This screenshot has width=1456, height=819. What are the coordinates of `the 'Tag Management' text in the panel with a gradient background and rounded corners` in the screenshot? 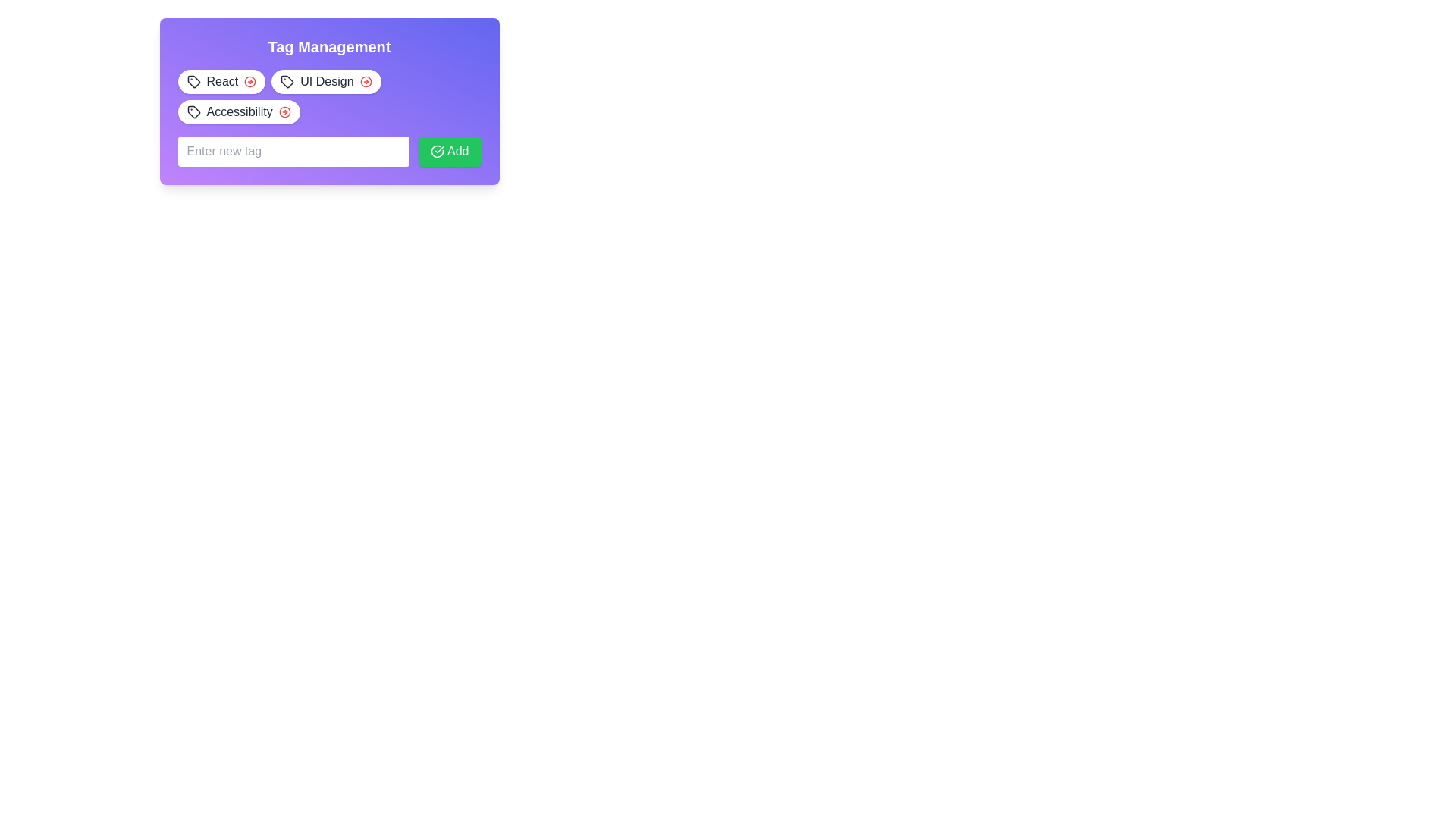 It's located at (328, 102).